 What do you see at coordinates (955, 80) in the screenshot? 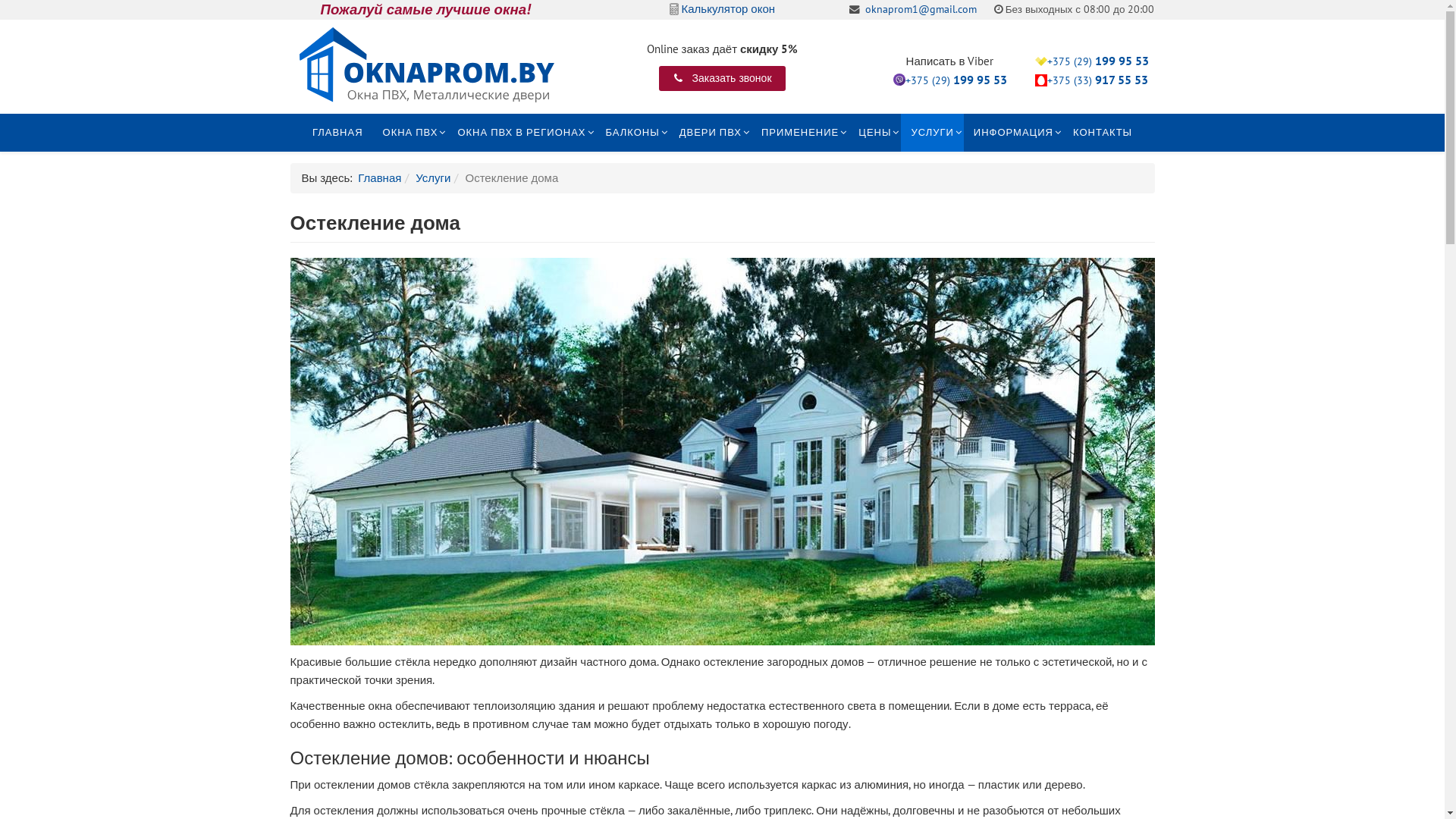
I see `'+375 (29) 199 95 53'` at bounding box center [955, 80].